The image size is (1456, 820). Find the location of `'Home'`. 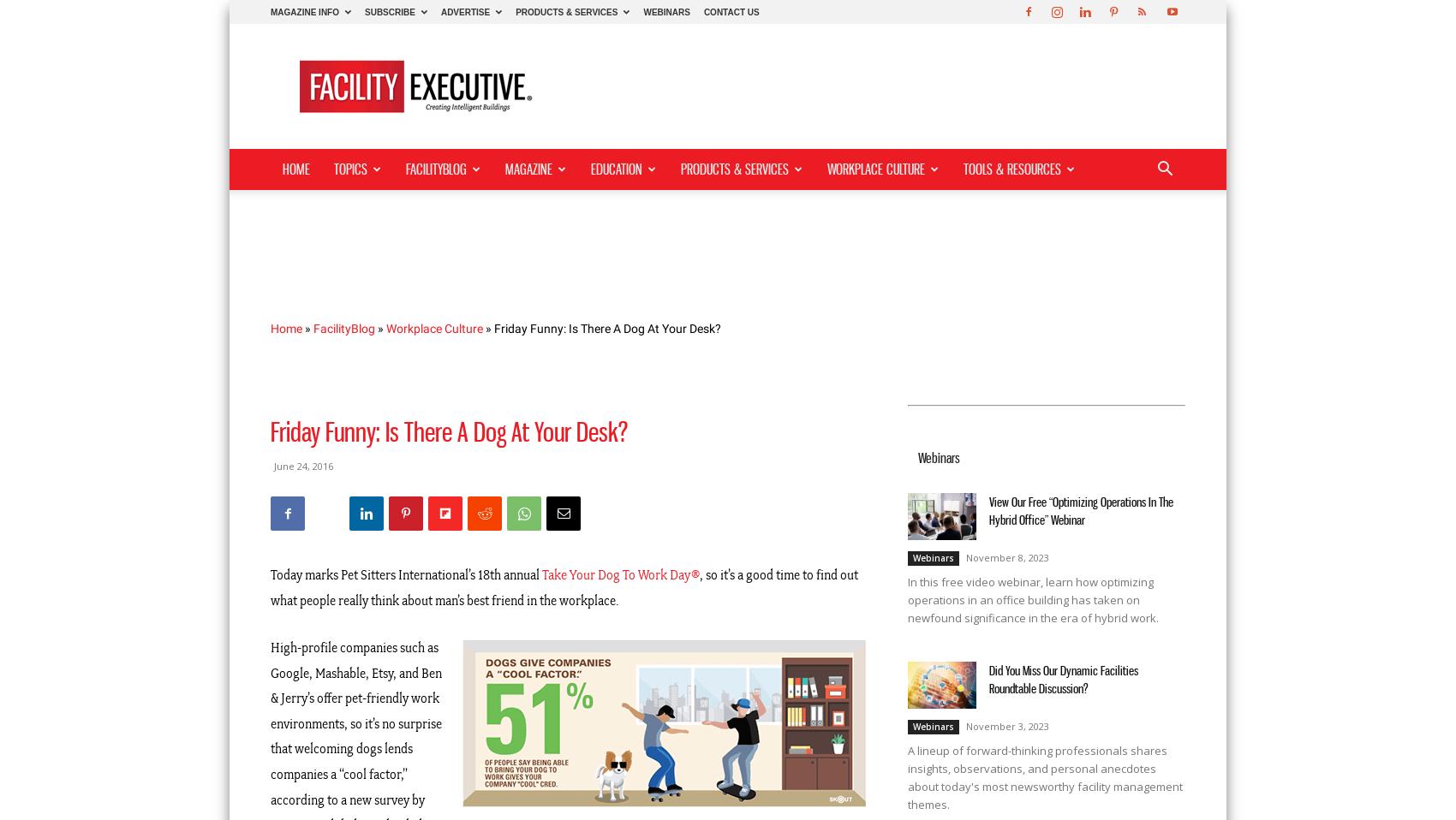

'Home' is located at coordinates (285, 327).